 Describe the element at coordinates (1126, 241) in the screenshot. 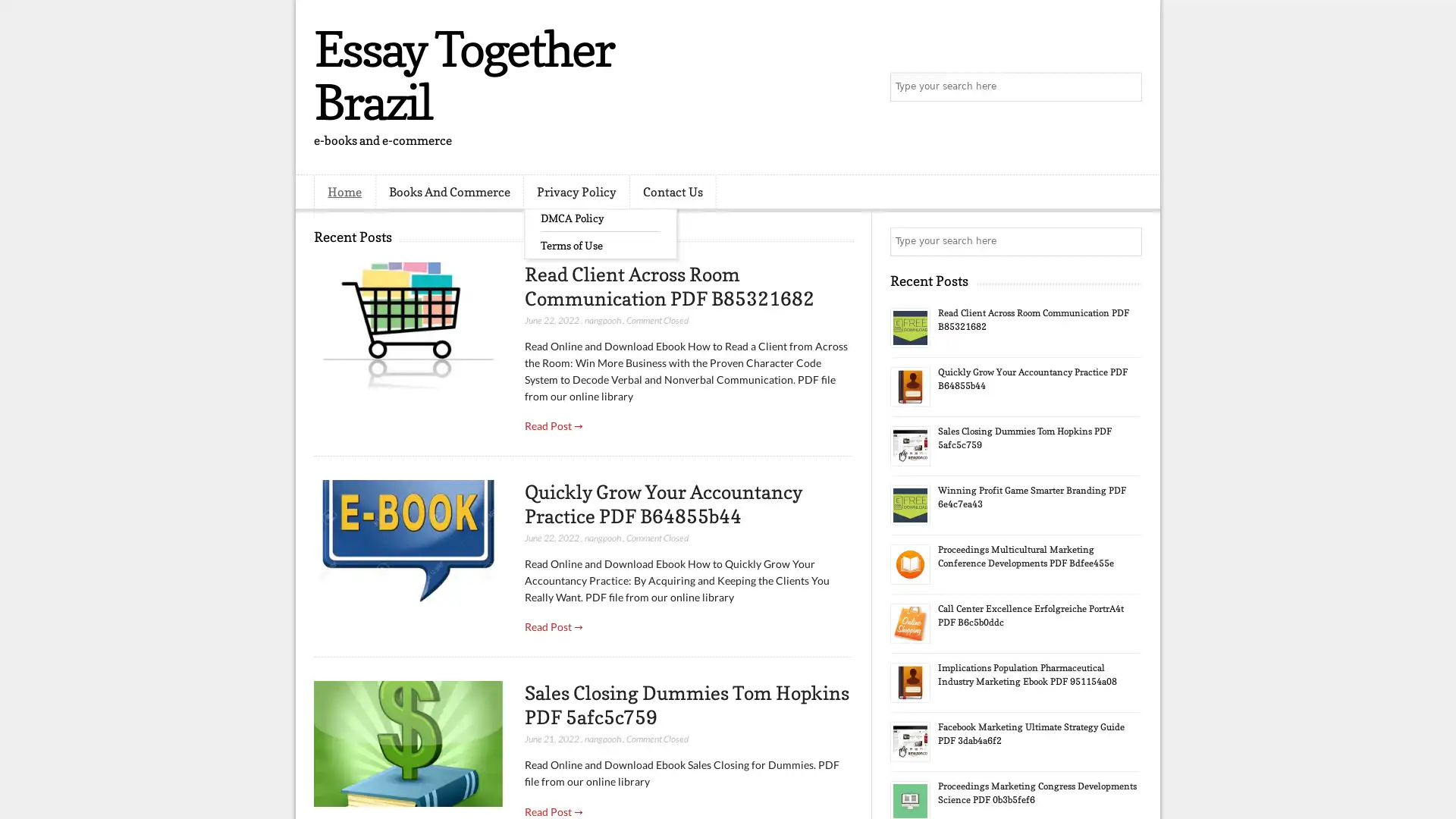

I see `Search` at that location.